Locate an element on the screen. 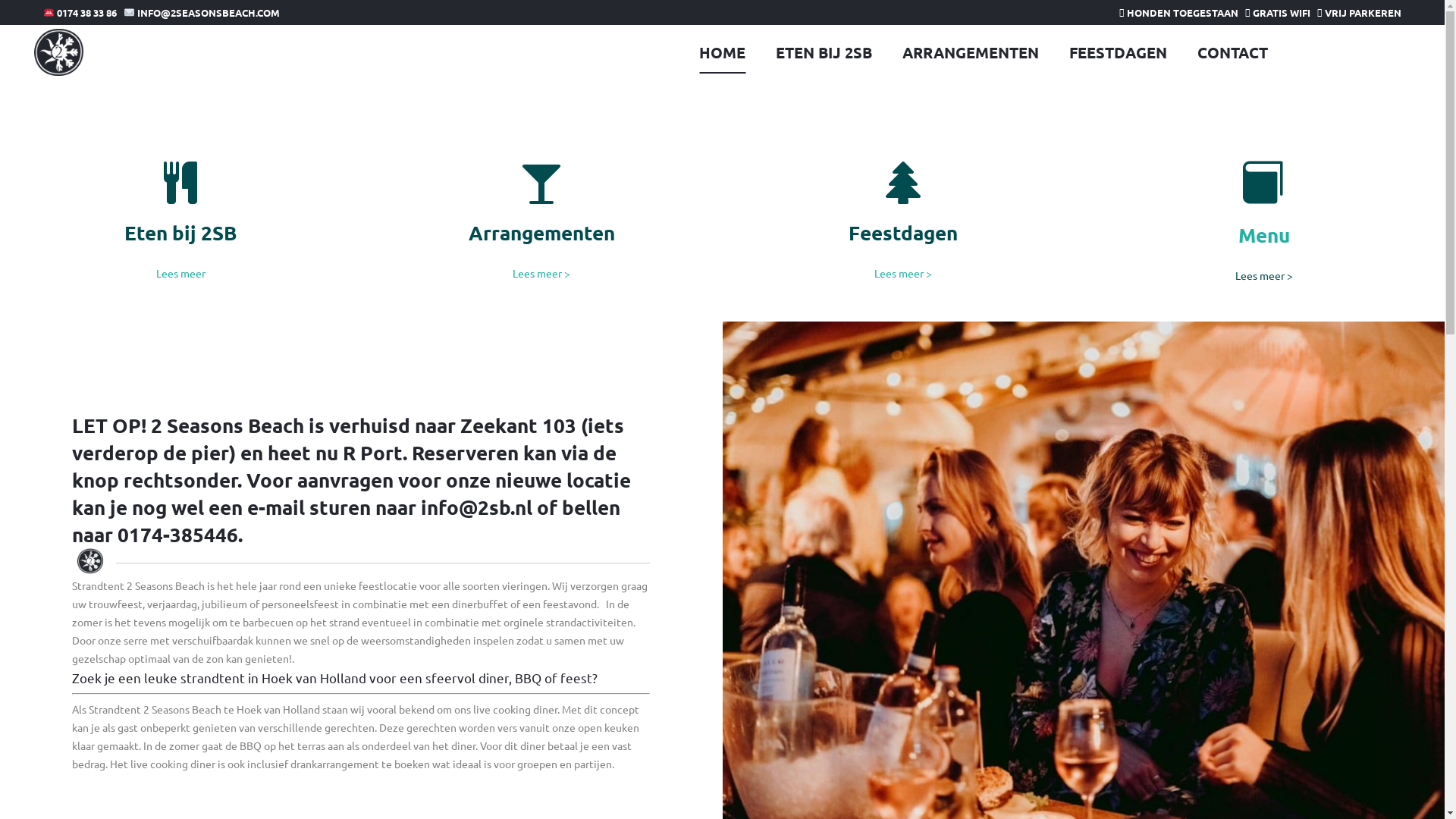 The height and width of the screenshot is (819, 1456). 'INFO@2SEASONSBEACH.COM' is located at coordinates (200, 12).